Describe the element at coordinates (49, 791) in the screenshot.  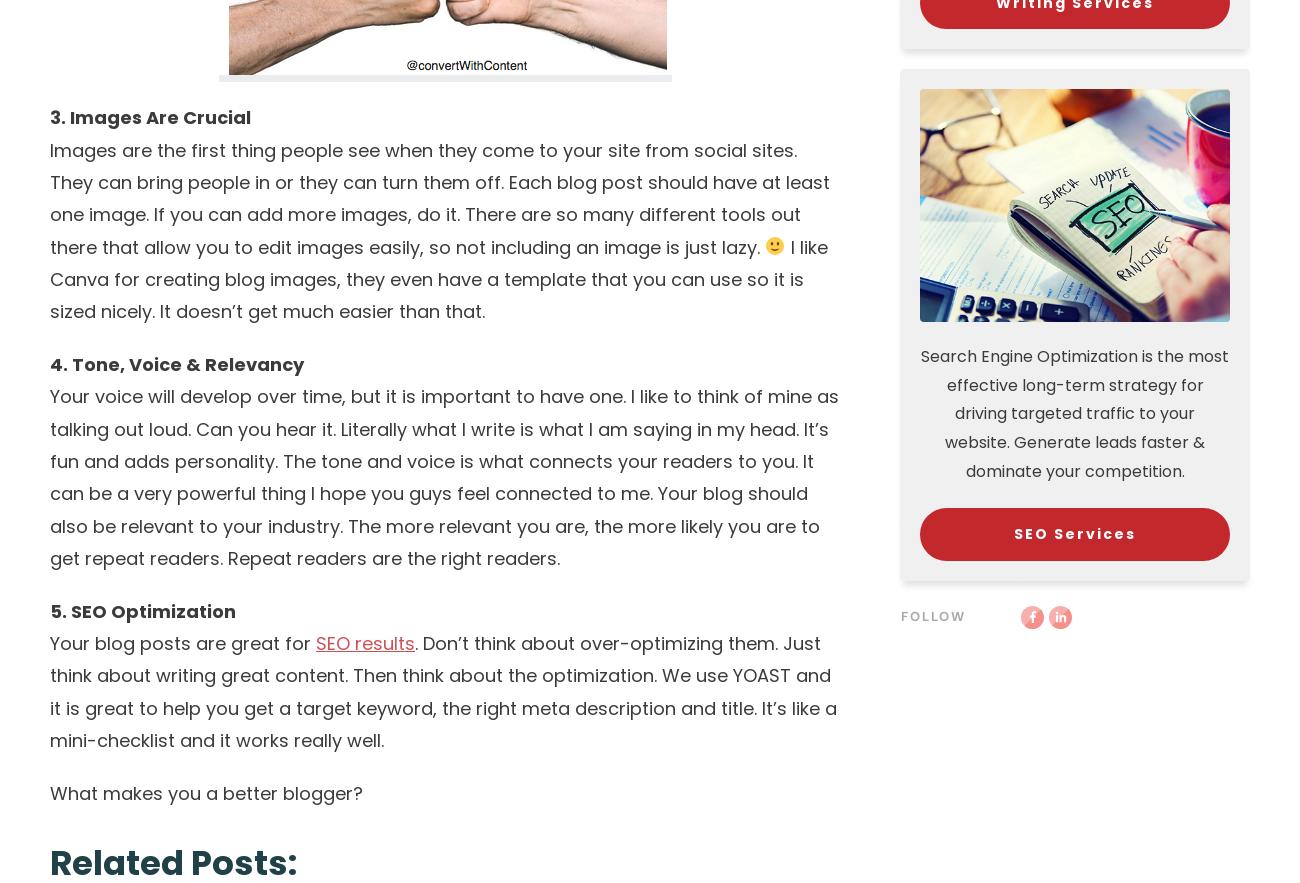
I see `'What makes you a better blogger?'` at that location.